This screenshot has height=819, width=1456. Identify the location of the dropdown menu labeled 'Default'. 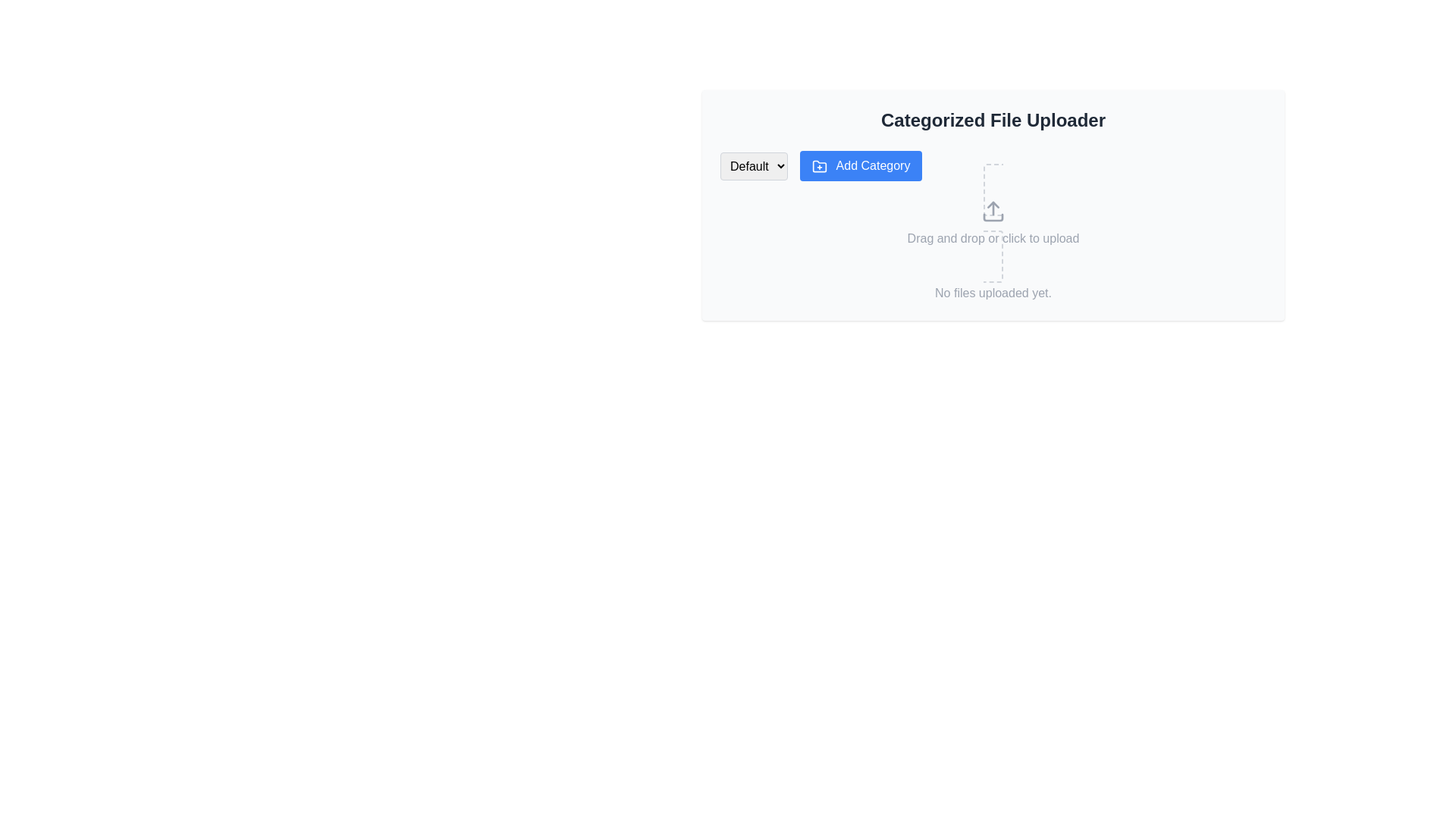
(754, 166).